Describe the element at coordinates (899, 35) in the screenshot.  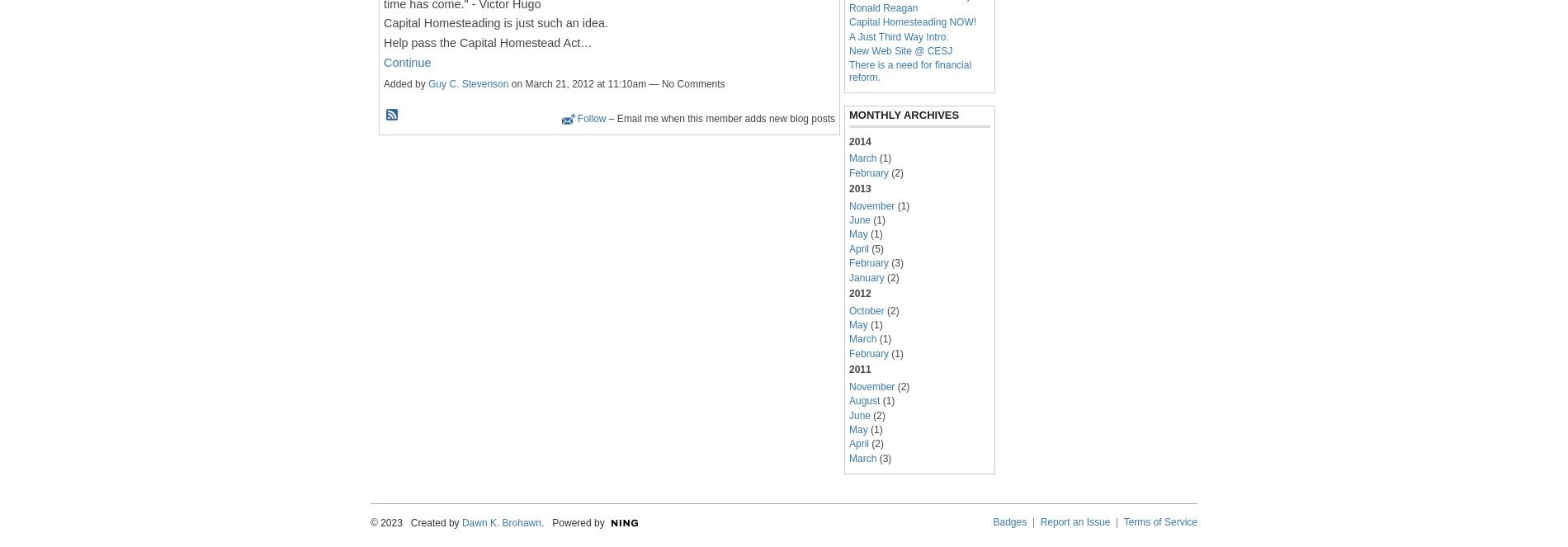
I see `'A Just Third Way Intro.'` at that location.